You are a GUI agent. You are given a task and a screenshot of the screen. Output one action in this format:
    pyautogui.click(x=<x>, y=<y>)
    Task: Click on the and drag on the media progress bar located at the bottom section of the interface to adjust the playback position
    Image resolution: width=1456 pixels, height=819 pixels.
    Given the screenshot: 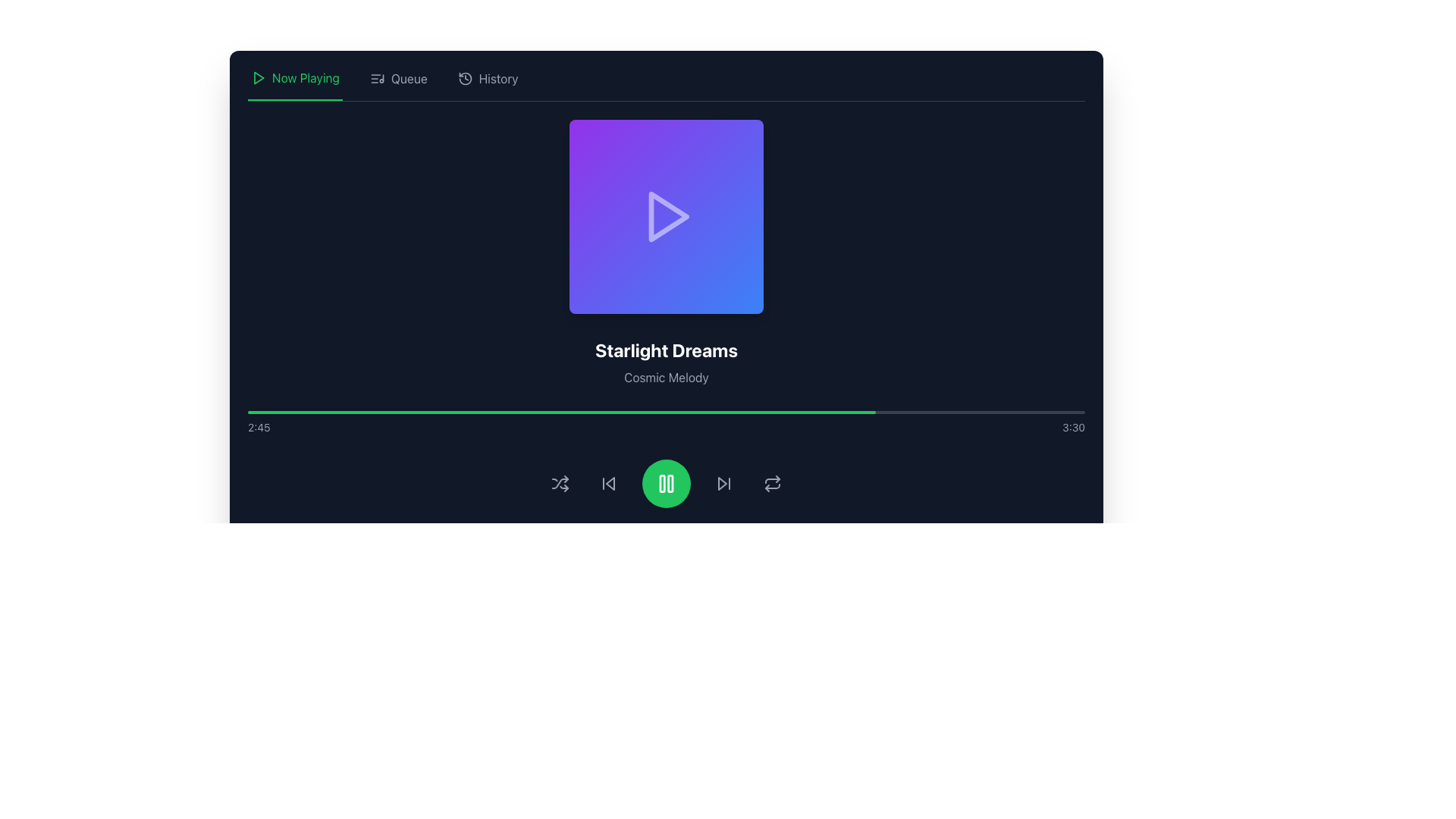 What is the action you would take?
    pyautogui.click(x=666, y=423)
    